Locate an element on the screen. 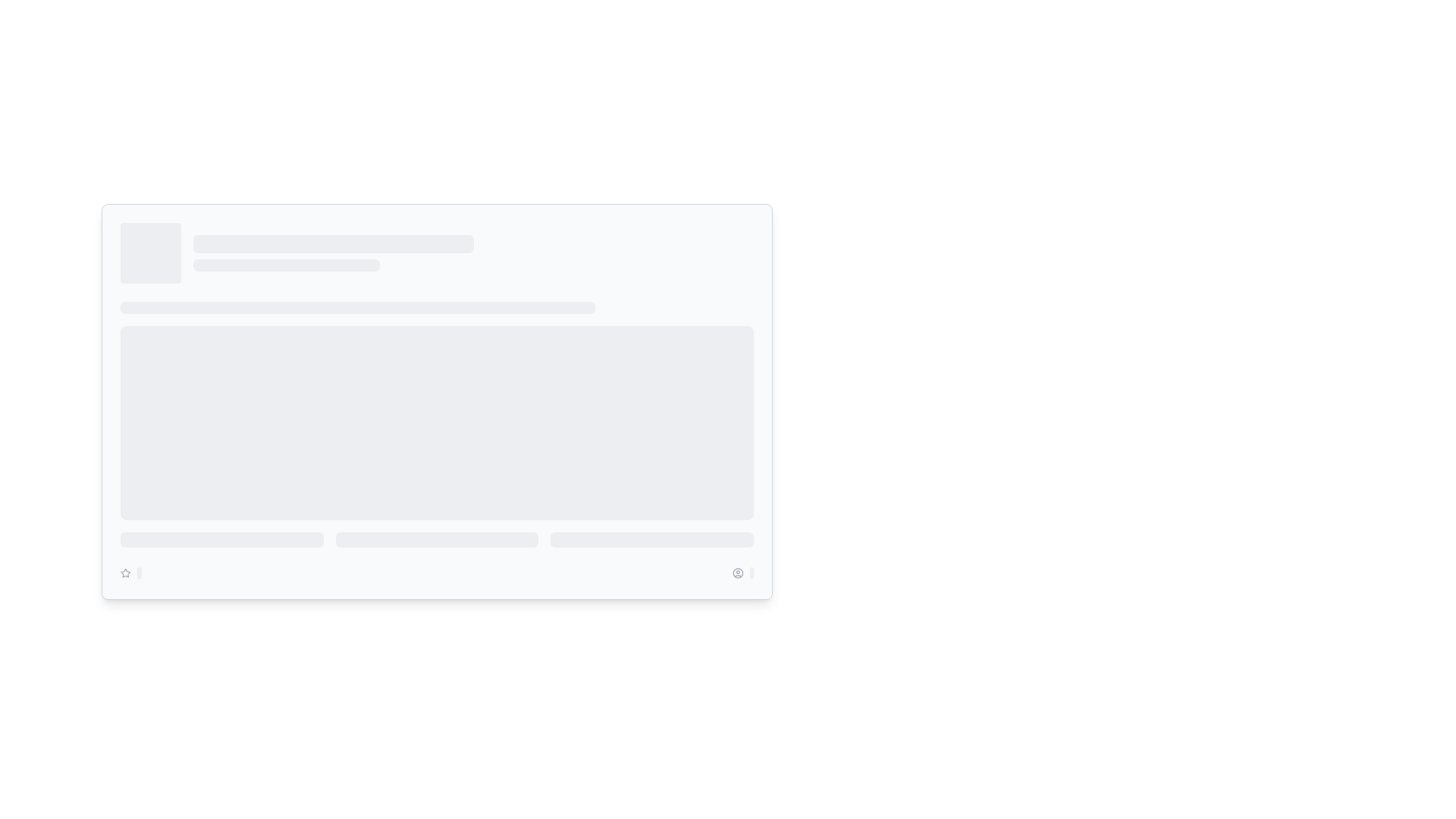  the user profile icon located at the bottom-right corner of the interface, adjacent to a rounded gray rectangle is located at coordinates (738, 573).